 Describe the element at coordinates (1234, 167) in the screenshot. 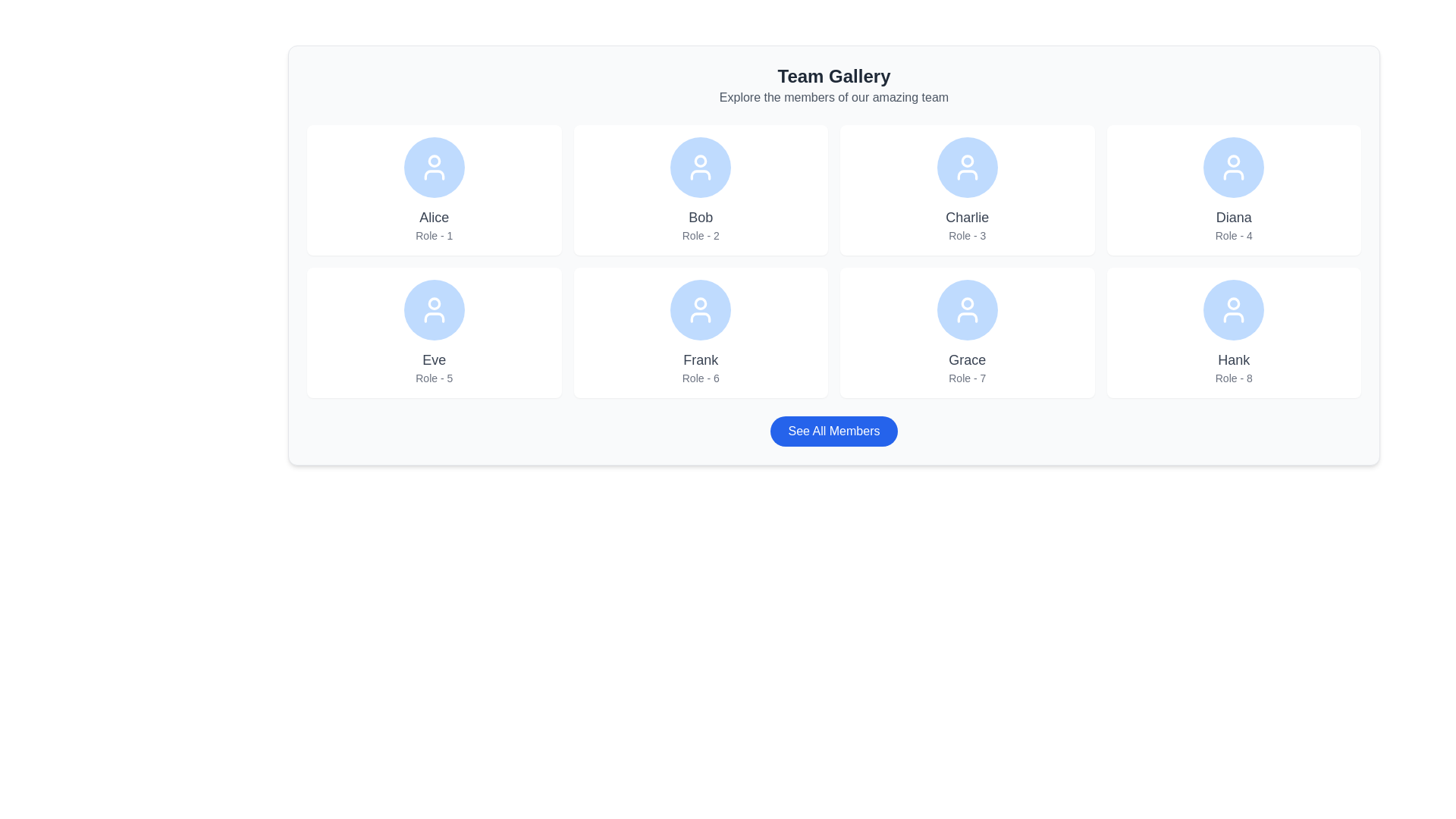

I see `the user profile avatar icon located at the center of the card labeled 'Diana \n Role - 4' in the top right corner of the grid layout` at that location.